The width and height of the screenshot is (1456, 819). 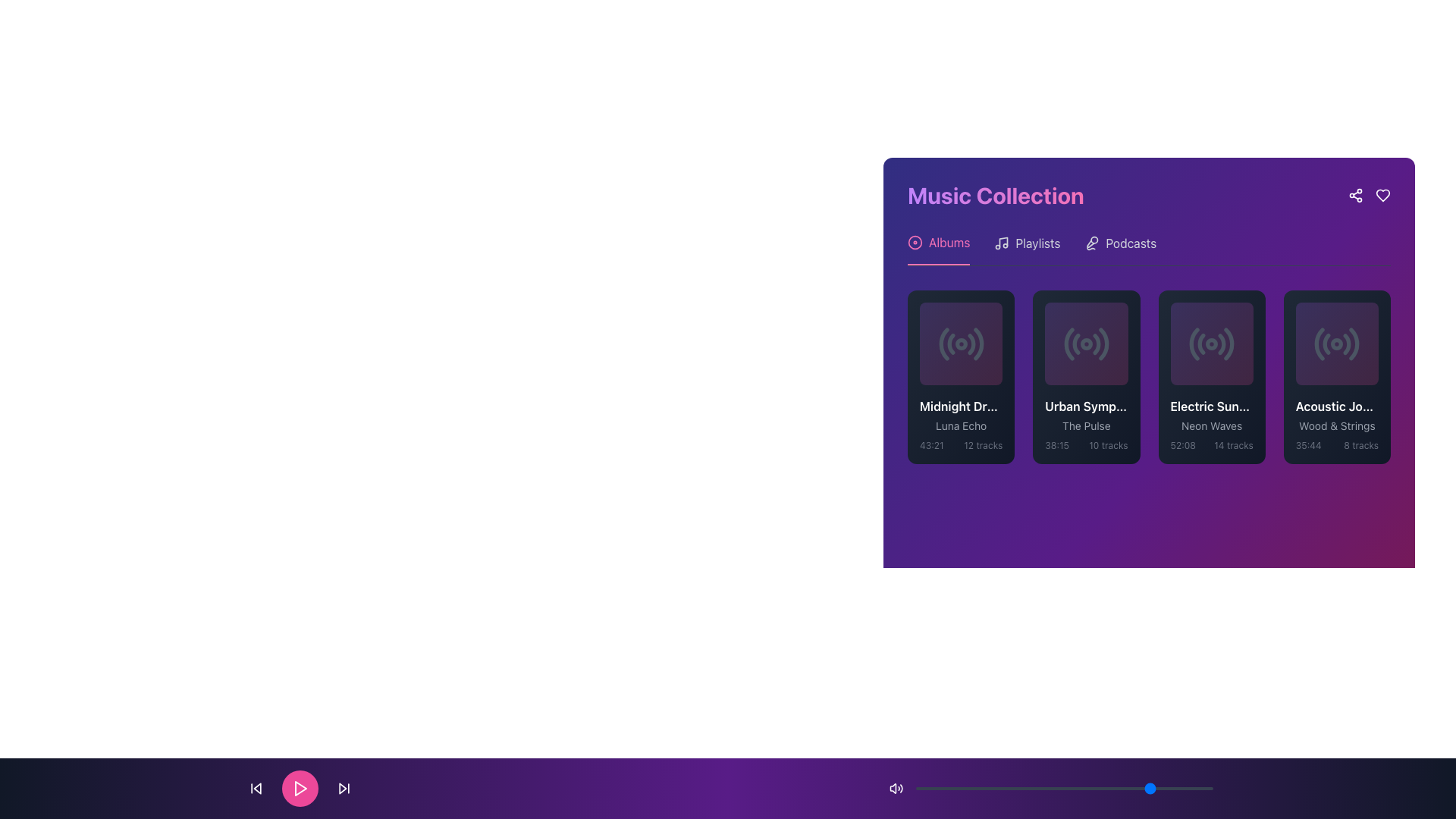 I want to click on the Navigation tab located between the 'Albums' and 'Podcasts' options, so click(x=1027, y=248).